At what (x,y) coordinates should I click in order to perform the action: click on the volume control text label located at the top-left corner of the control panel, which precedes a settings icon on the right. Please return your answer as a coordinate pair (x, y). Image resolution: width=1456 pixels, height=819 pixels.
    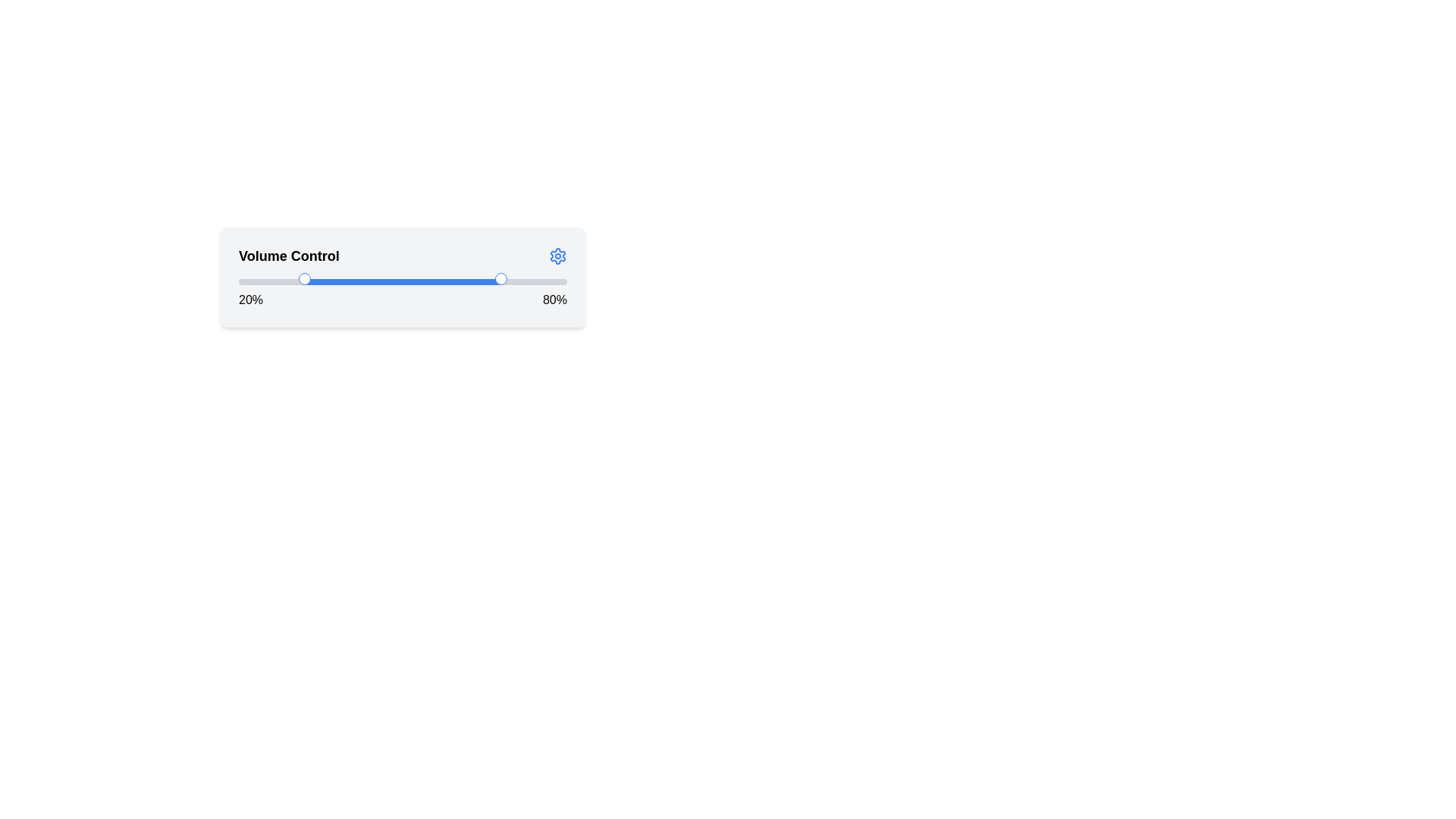
    Looking at the image, I should click on (289, 256).